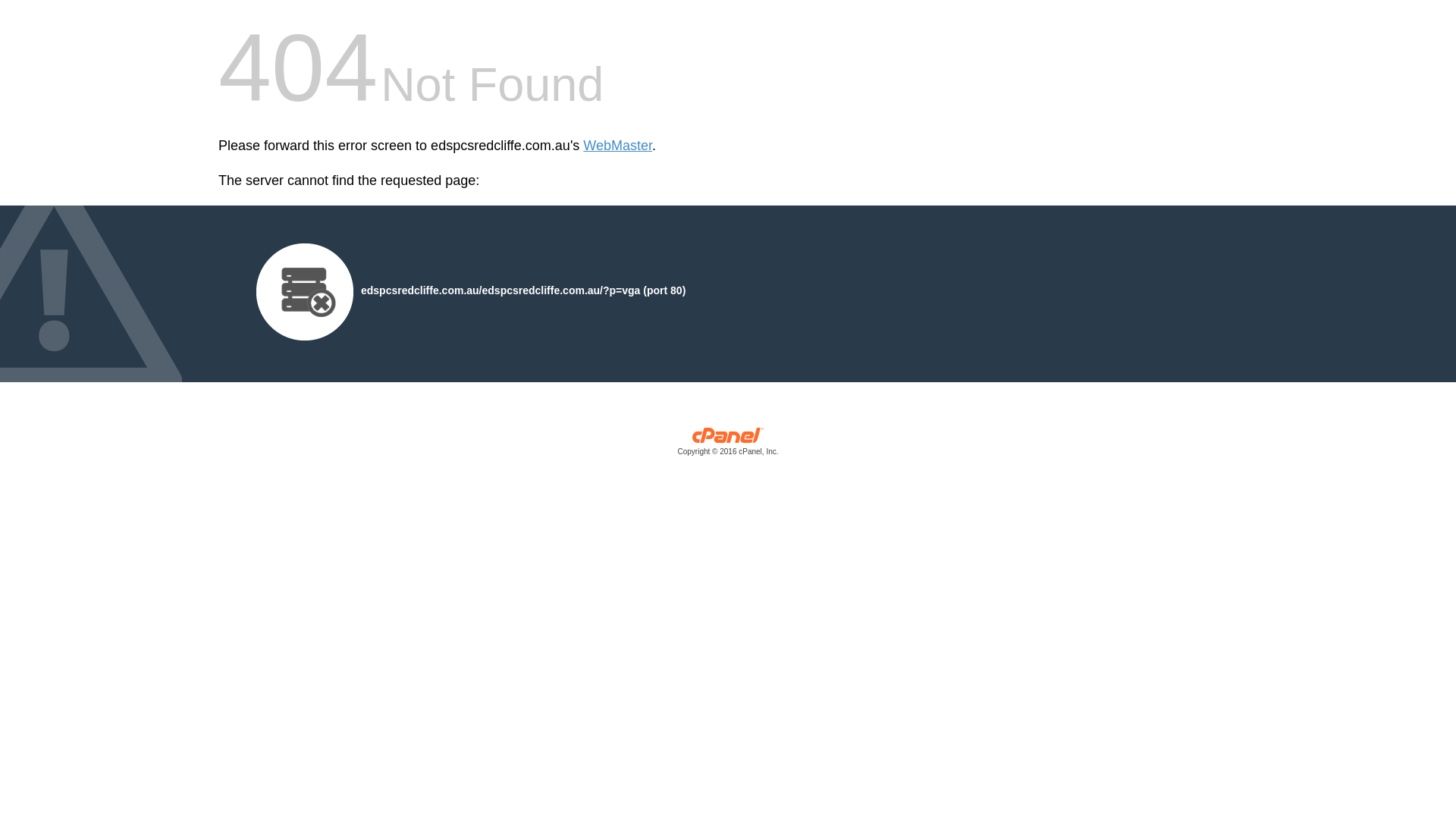 Image resolution: width=1456 pixels, height=819 pixels. I want to click on 'WebMaster', so click(617, 146).